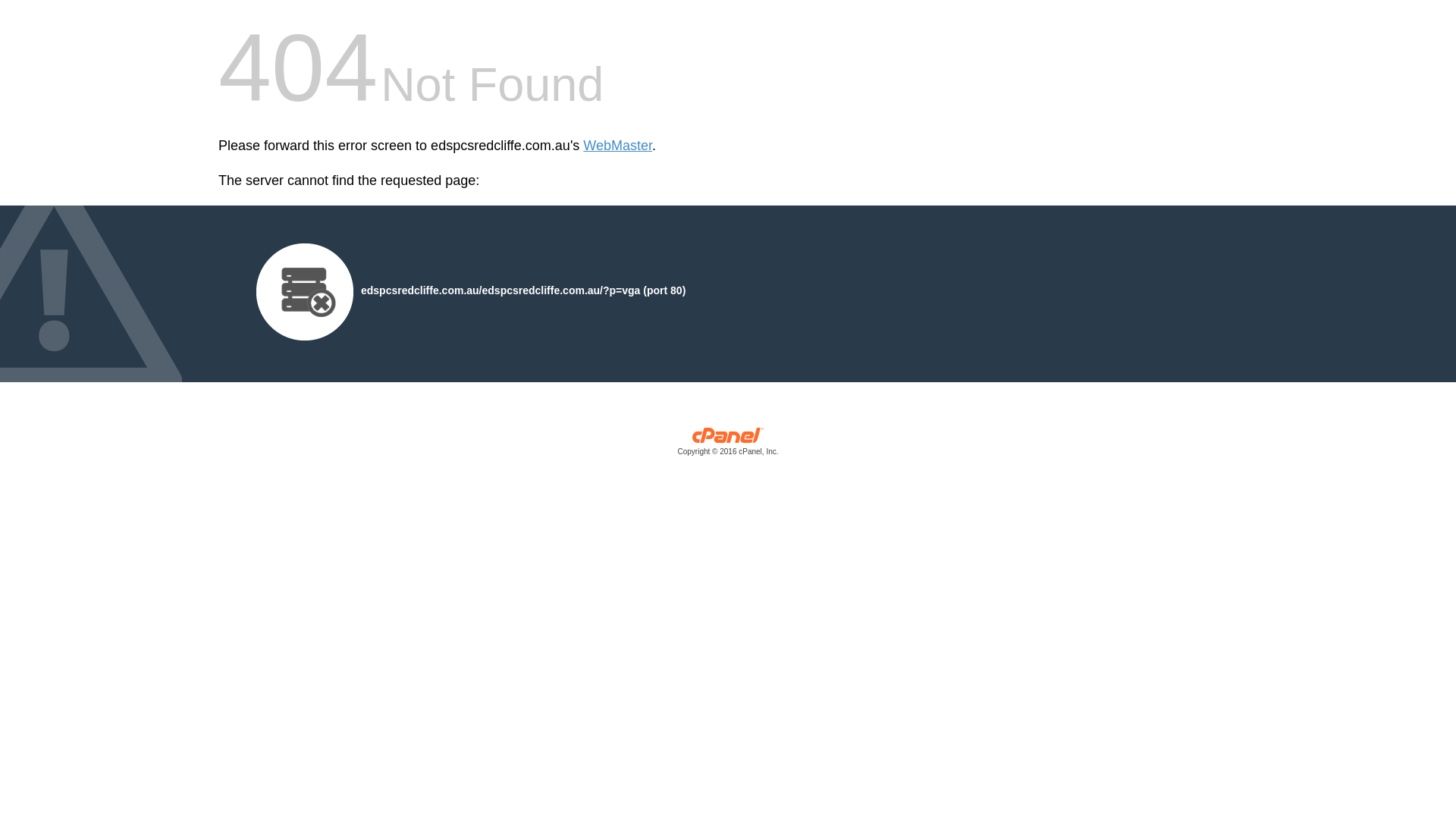 Image resolution: width=1456 pixels, height=819 pixels. I want to click on 'WebMaster', so click(617, 146).